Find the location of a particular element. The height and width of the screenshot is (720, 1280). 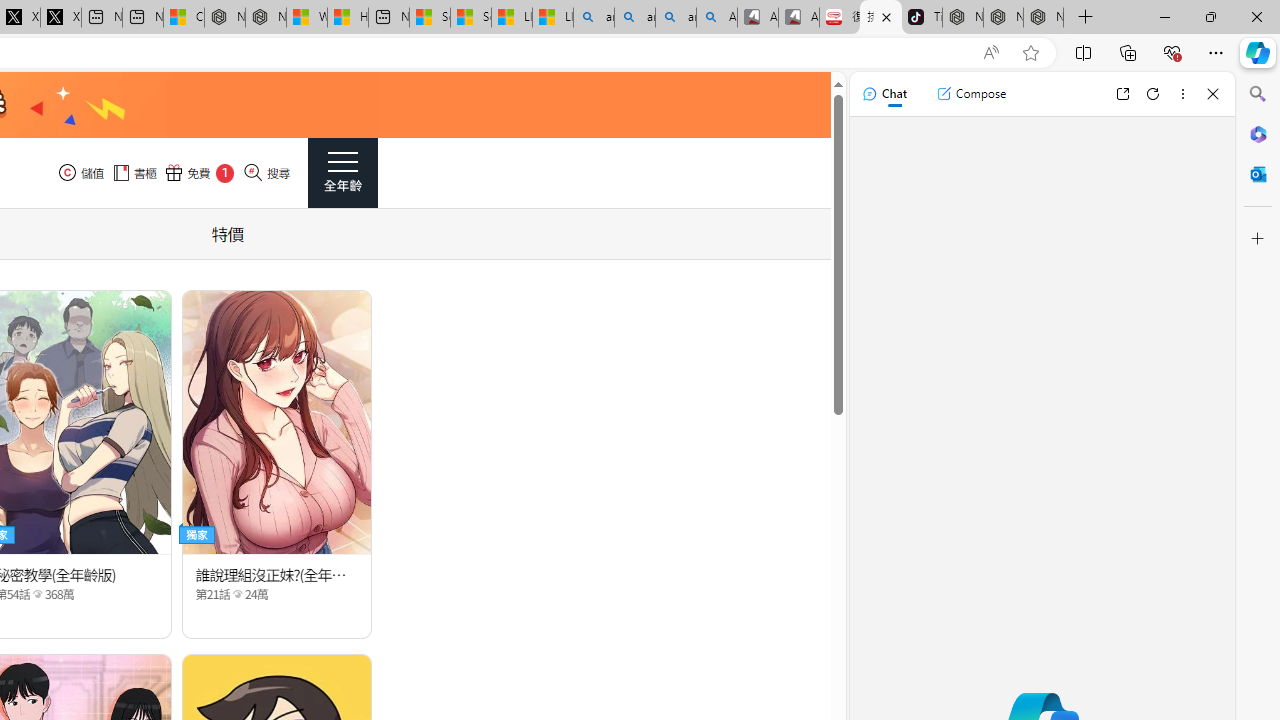

'Outlook' is located at coordinates (1257, 173).